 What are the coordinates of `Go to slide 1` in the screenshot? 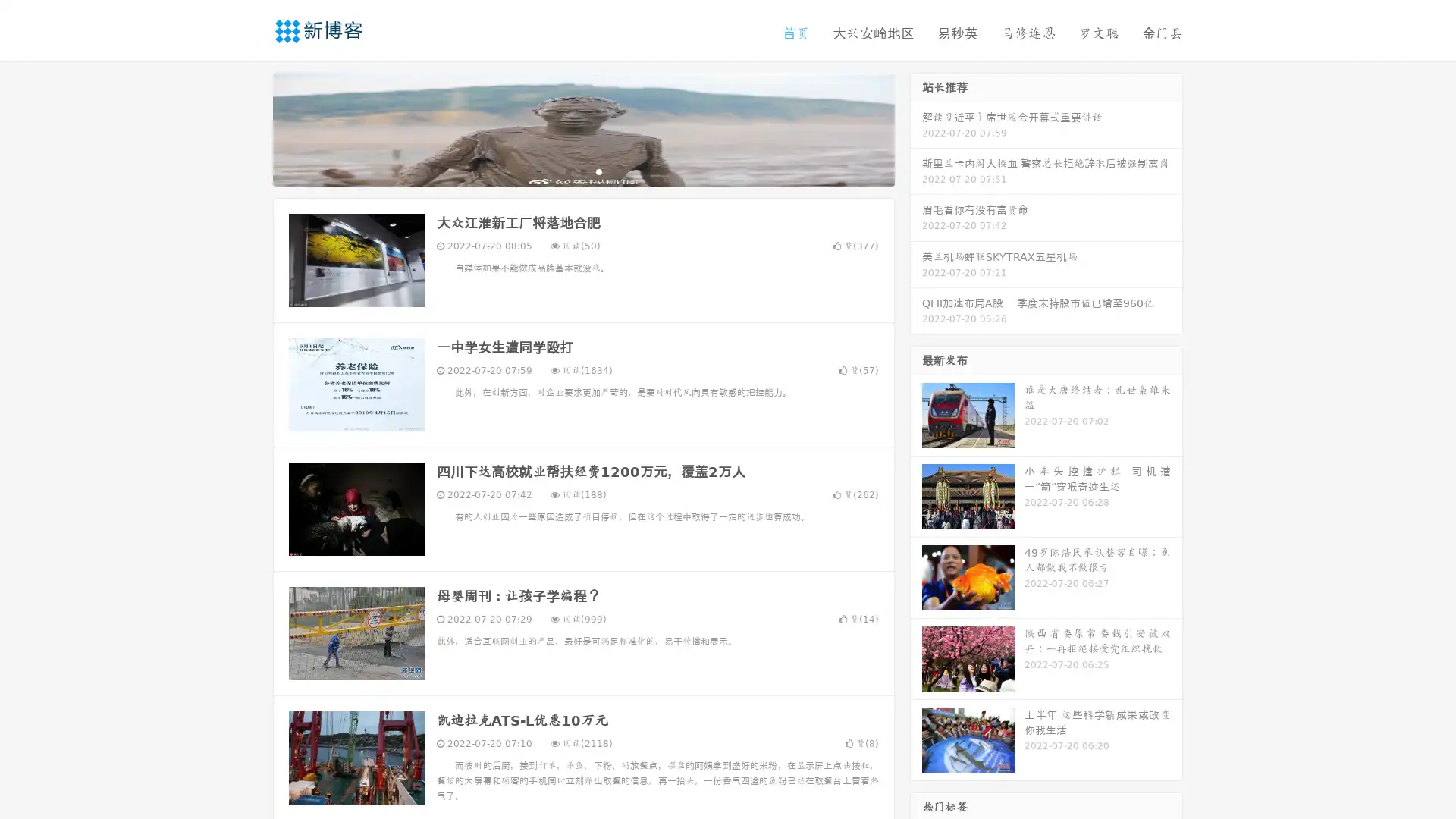 It's located at (567, 171).